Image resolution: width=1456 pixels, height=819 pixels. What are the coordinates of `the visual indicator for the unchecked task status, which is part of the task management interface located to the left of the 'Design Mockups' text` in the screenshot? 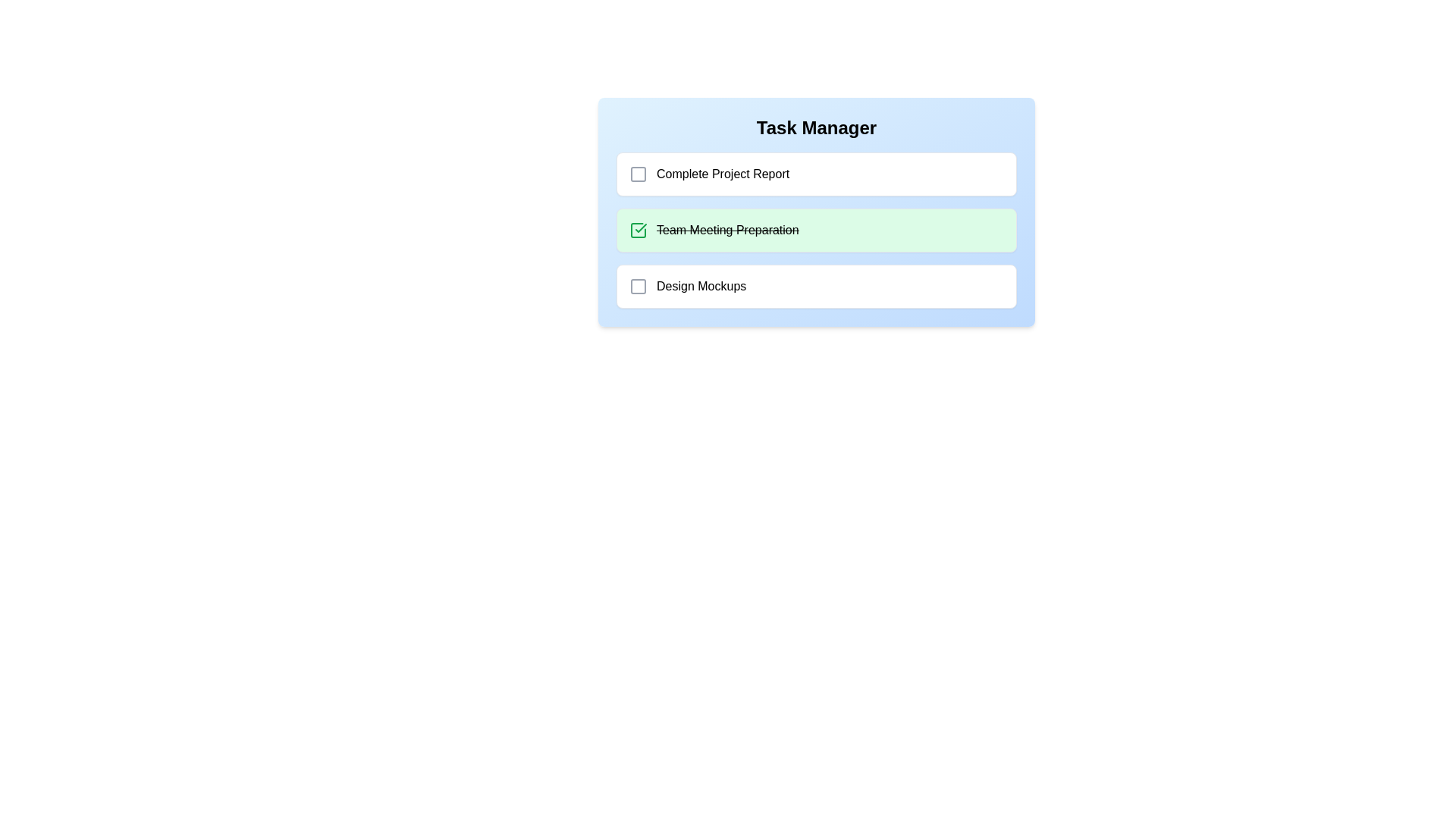 It's located at (638, 287).